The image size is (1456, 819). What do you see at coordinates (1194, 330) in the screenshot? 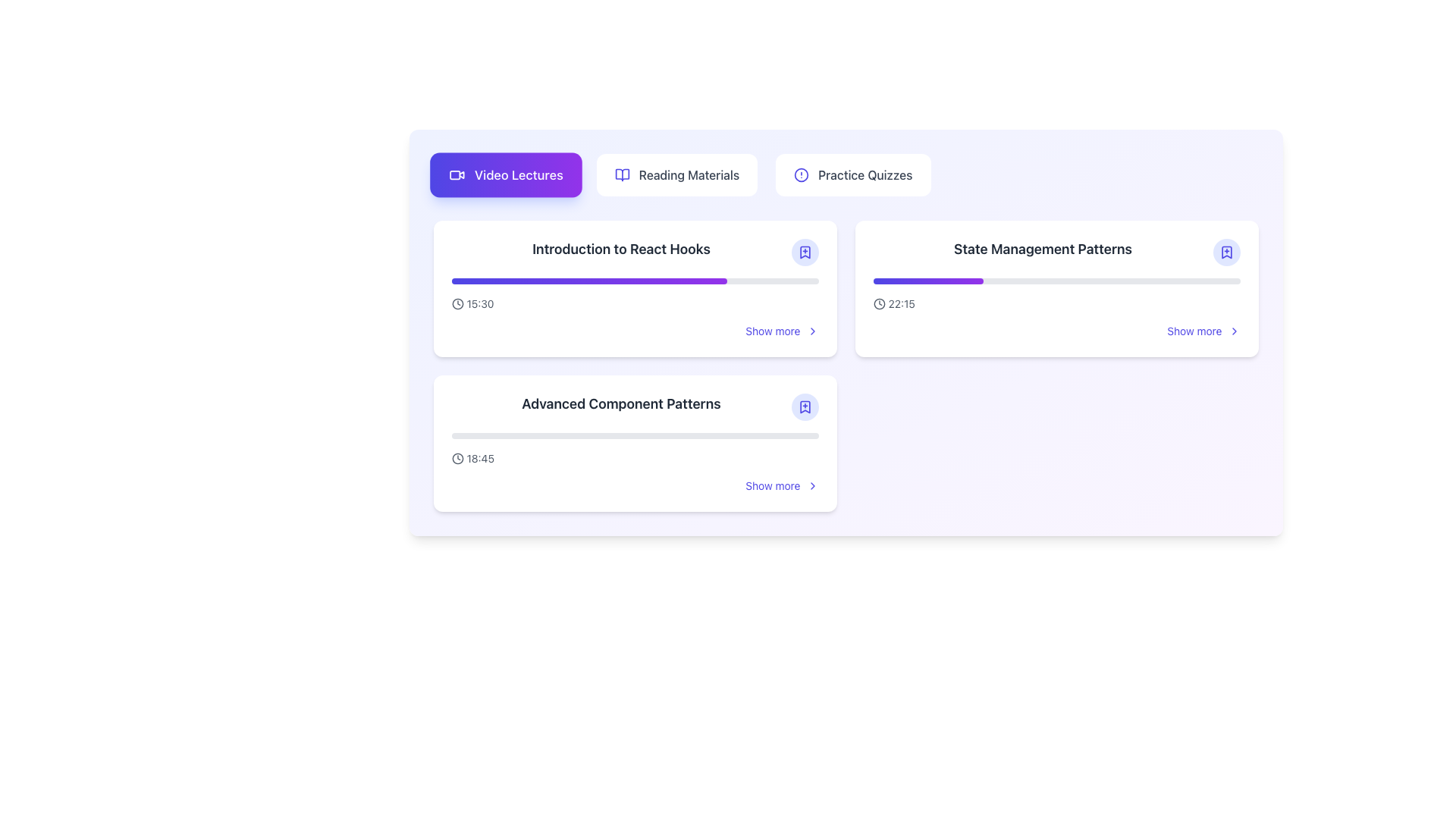
I see `the 'Show more' text link/button located at the bottom right of the 'State Management Patterns' card` at bounding box center [1194, 330].